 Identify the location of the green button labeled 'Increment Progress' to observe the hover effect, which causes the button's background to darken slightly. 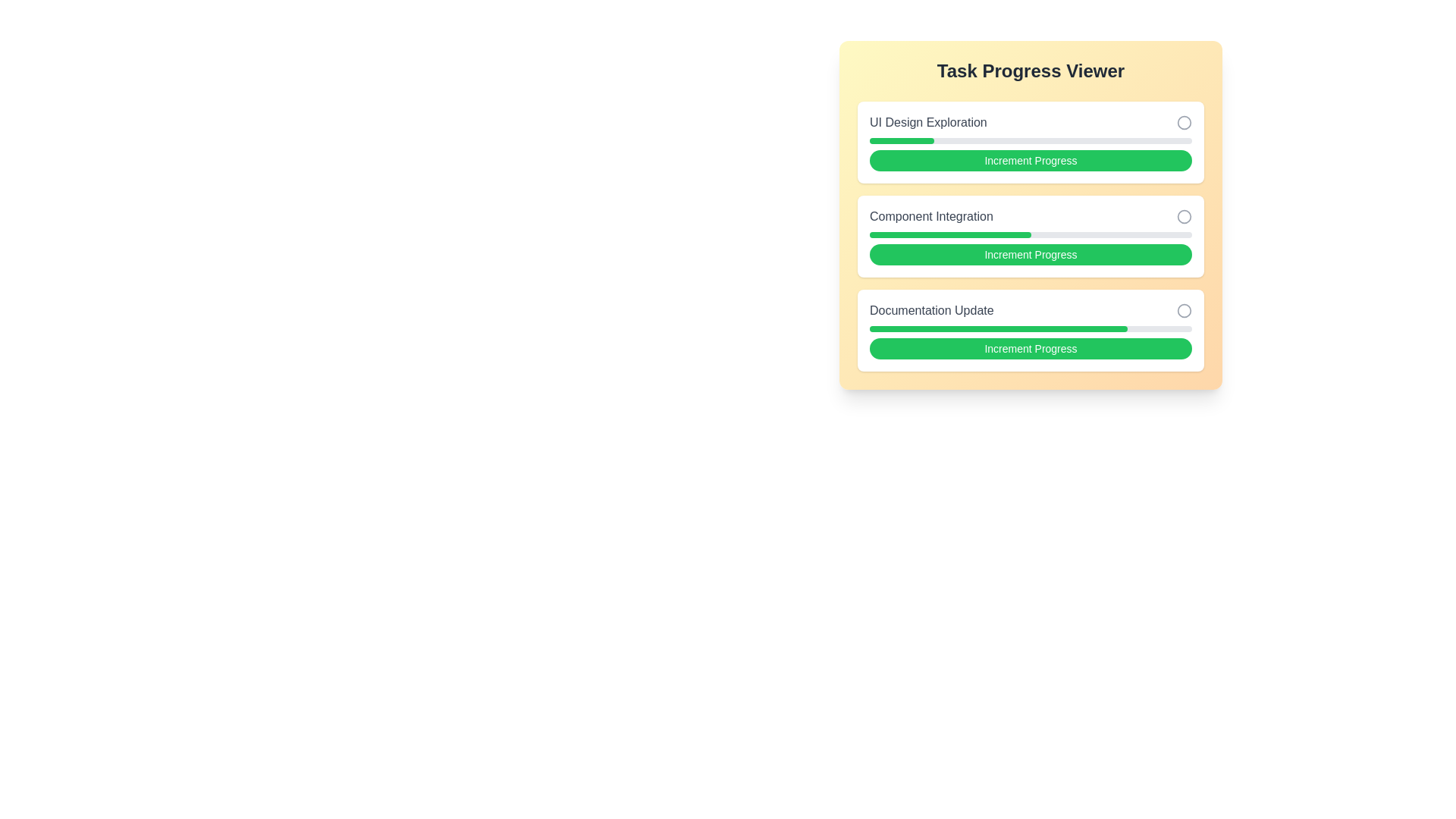
(1031, 348).